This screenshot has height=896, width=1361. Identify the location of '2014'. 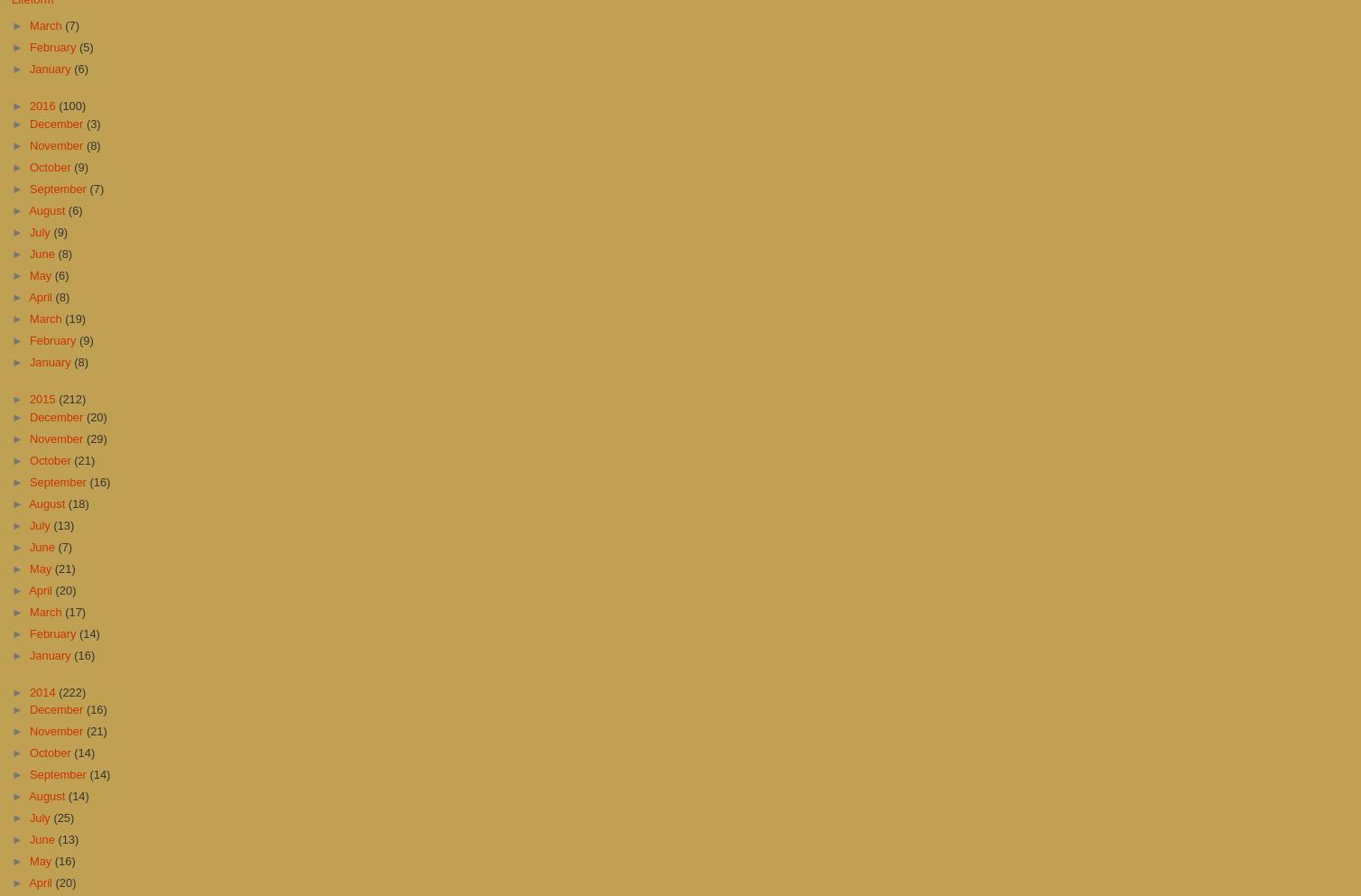
(43, 690).